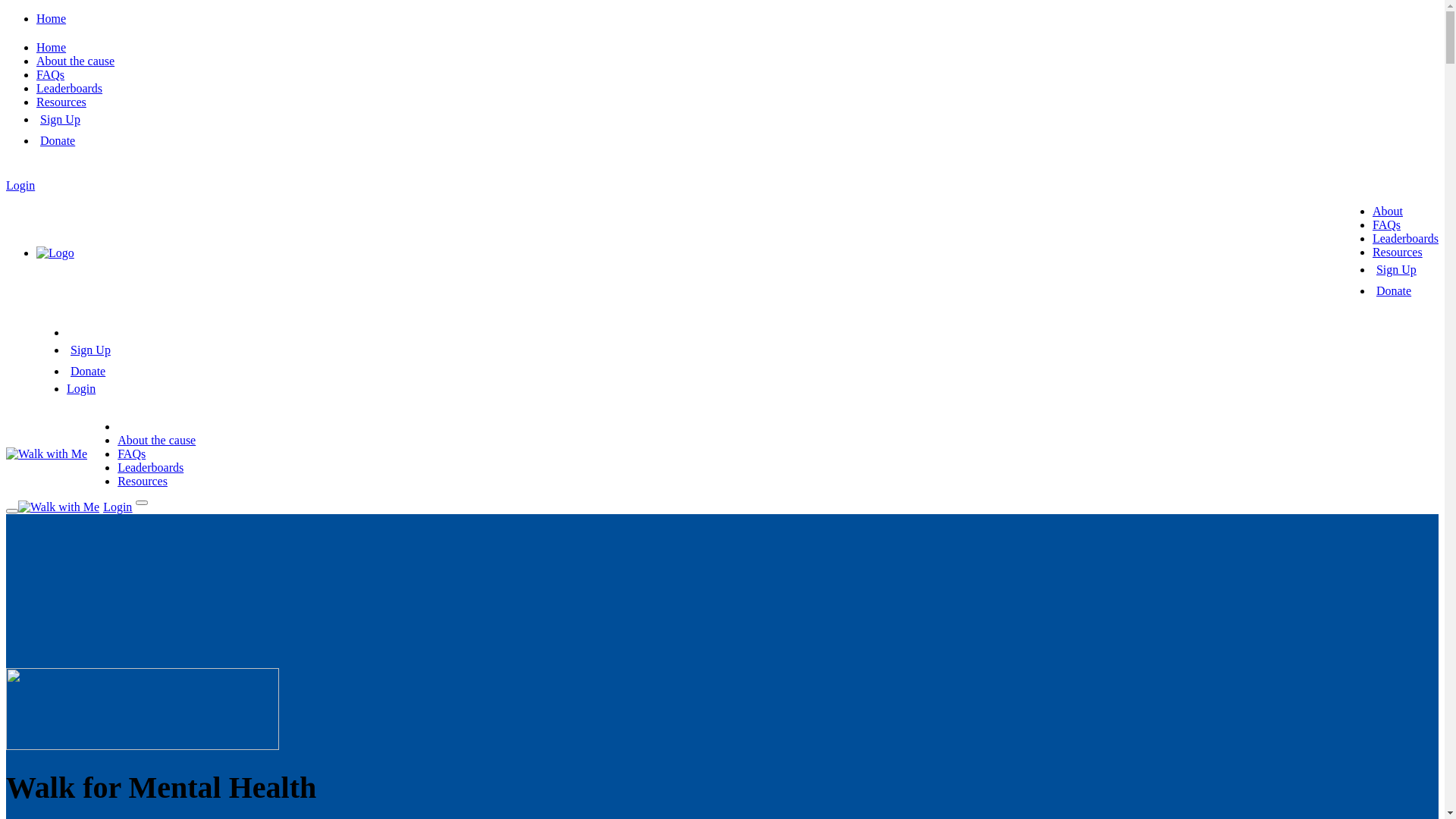 The image size is (1456, 819). What do you see at coordinates (80, 388) in the screenshot?
I see `'Login'` at bounding box center [80, 388].